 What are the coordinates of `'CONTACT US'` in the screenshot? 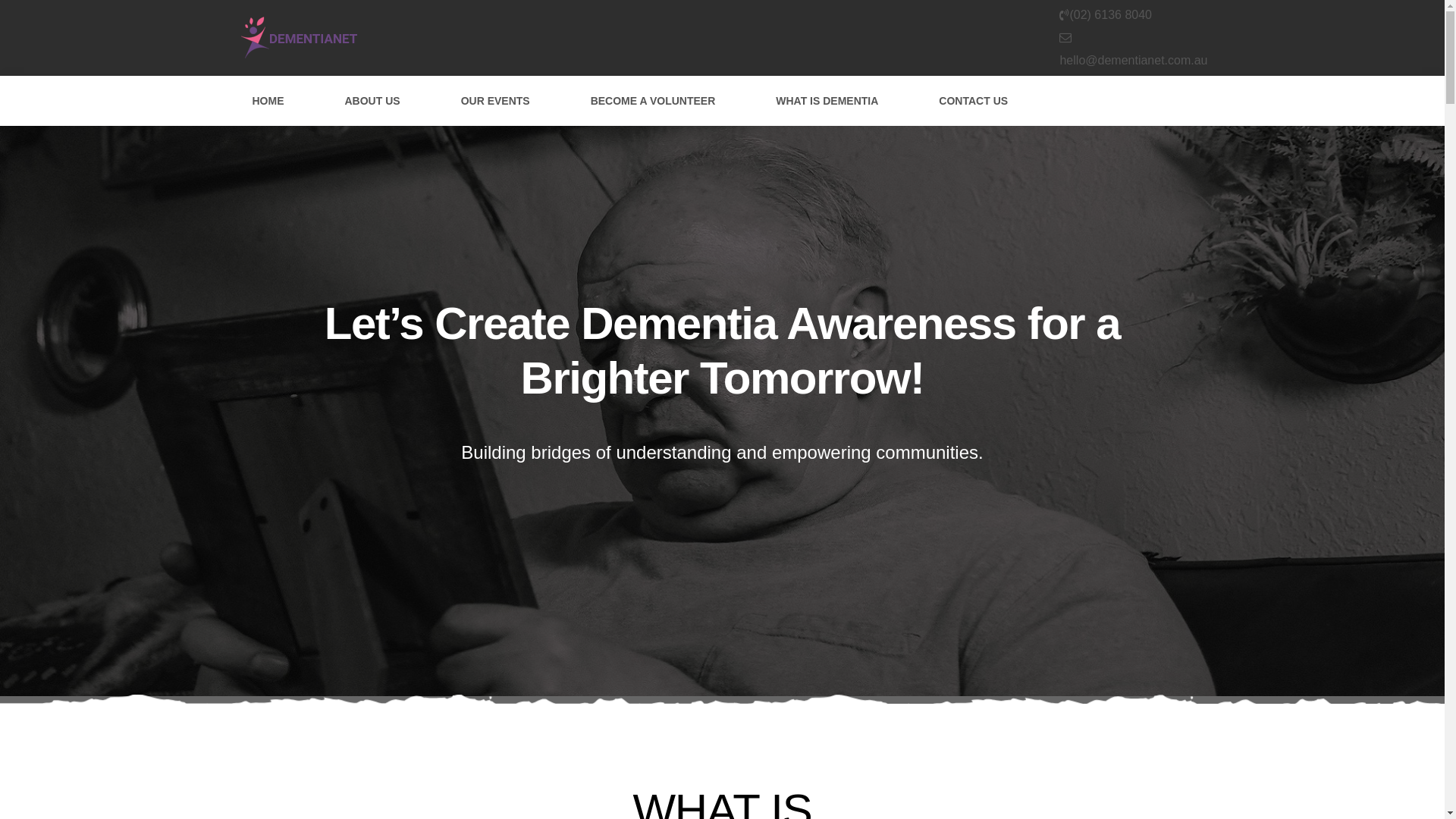 It's located at (923, 100).